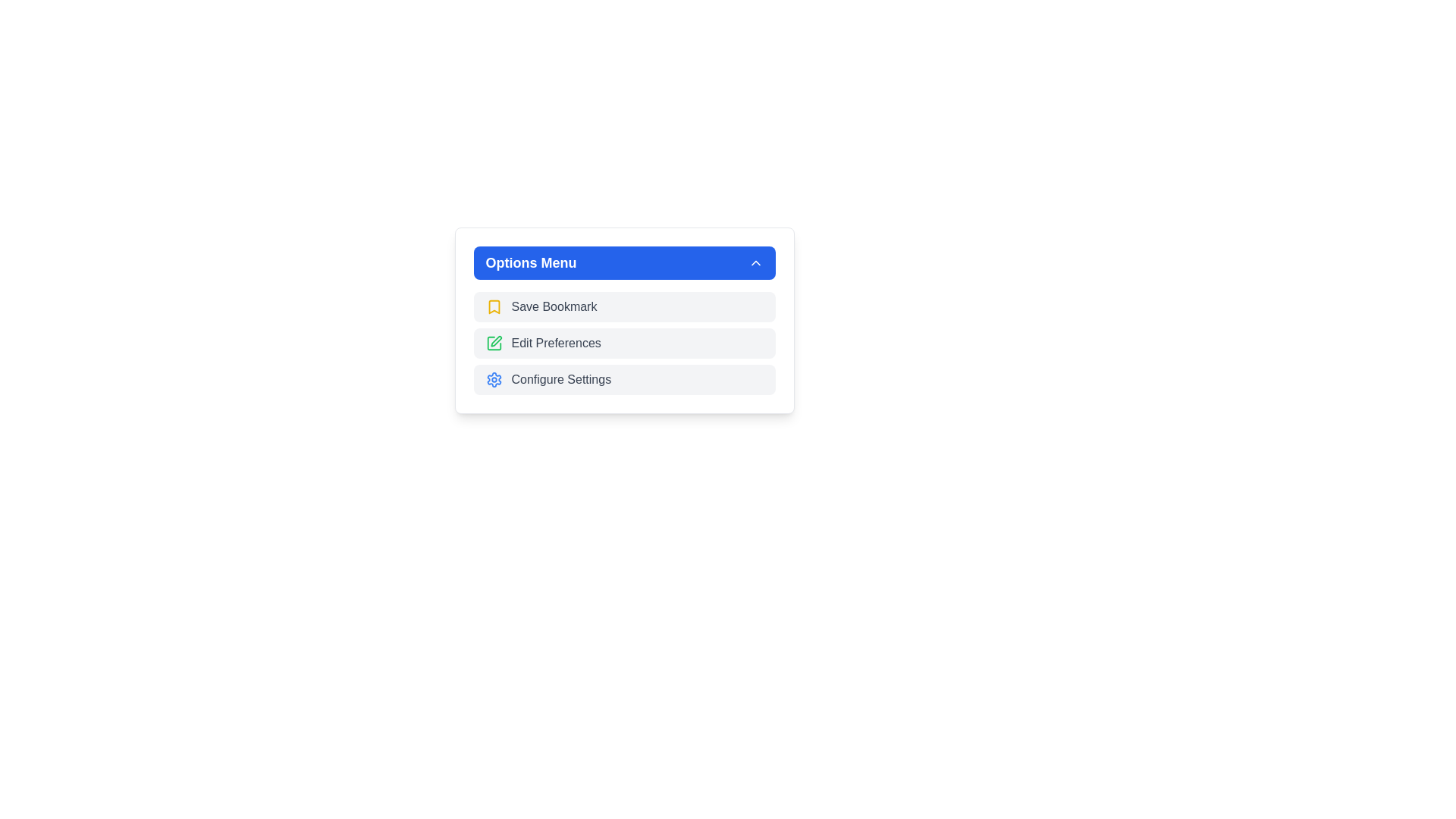 Image resolution: width=1456 pixels, height=819 pixels. I want to click on the yellow book-style icon resembling a bookmark located next to the 'Save Bookmark' entry in the Options Menu, so click(494, 307).